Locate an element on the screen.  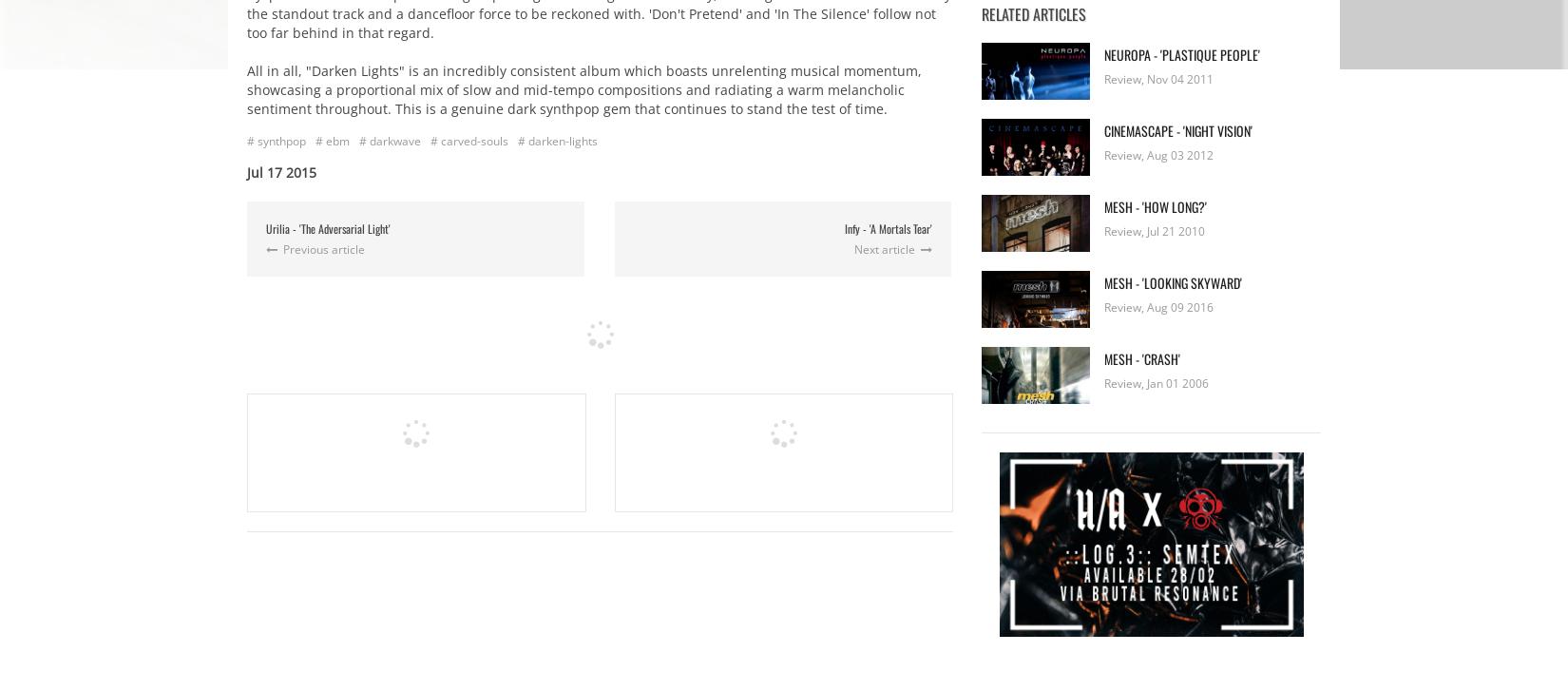
'Review, Jan 01 2006' is located at coordinates (1157, 382).